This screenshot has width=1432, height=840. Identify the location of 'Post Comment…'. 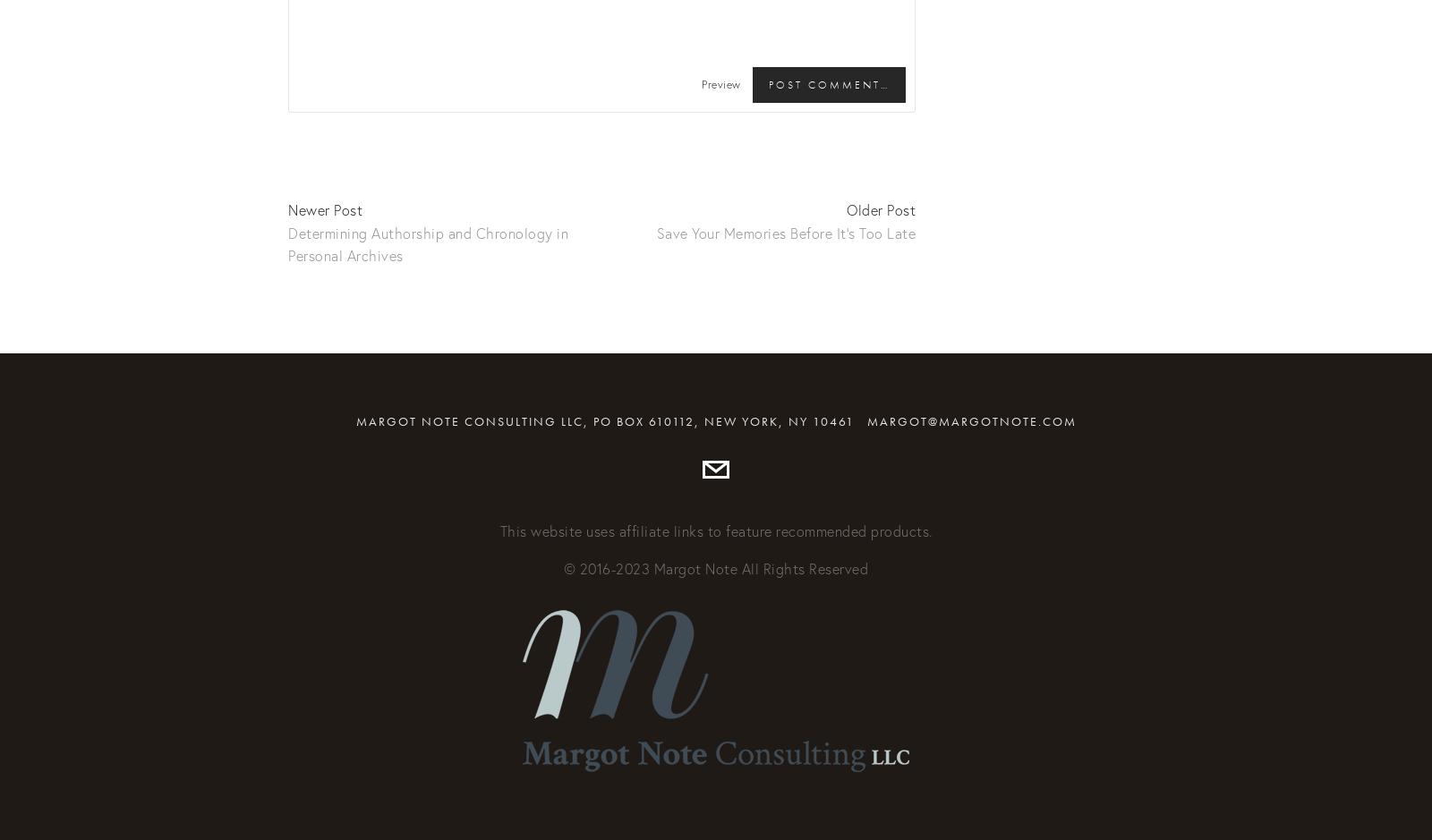
(828, 85).